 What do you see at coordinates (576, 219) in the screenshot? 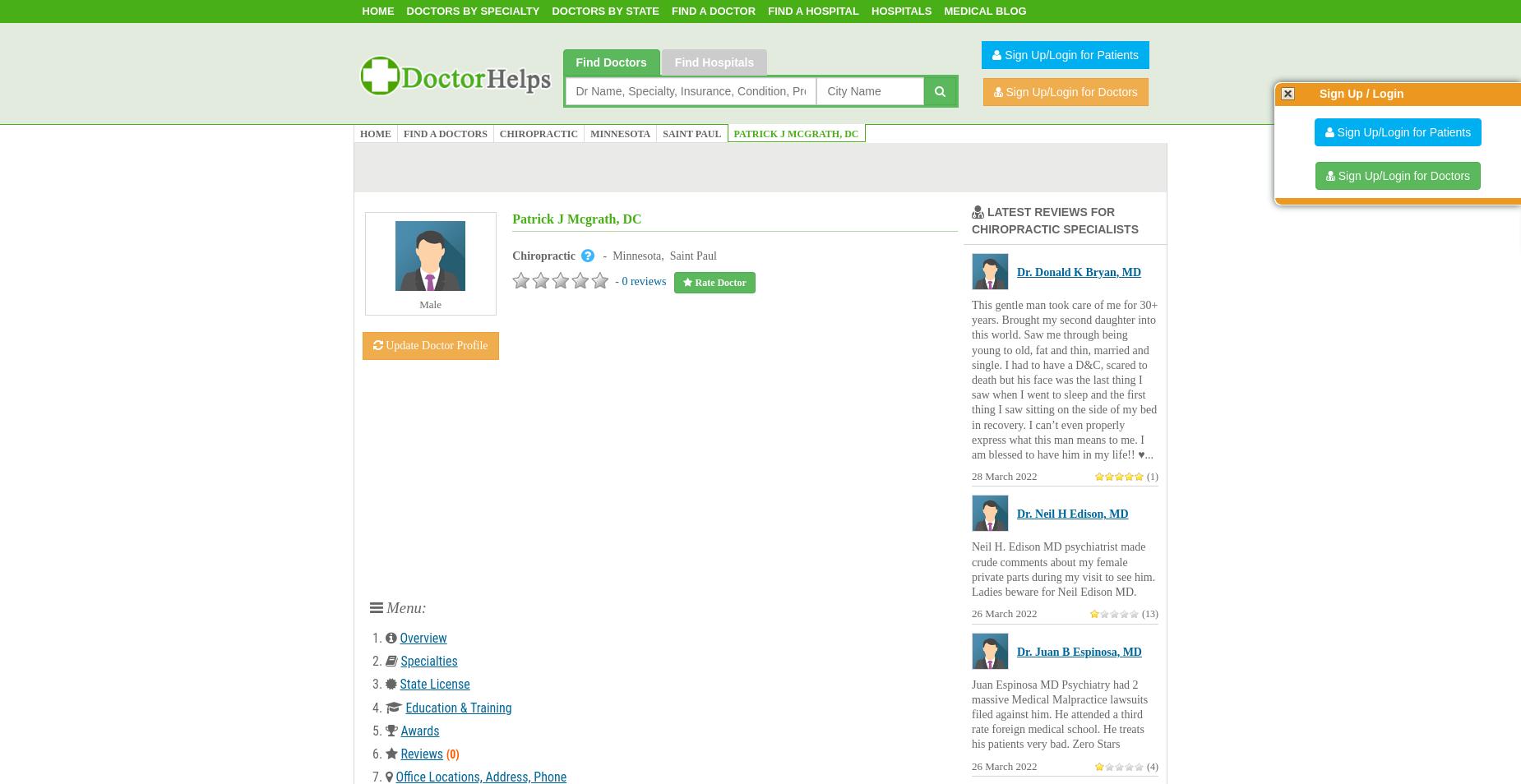
I see `'Patrick J Mcgrath, DC'` at bounding box center [576, 219].